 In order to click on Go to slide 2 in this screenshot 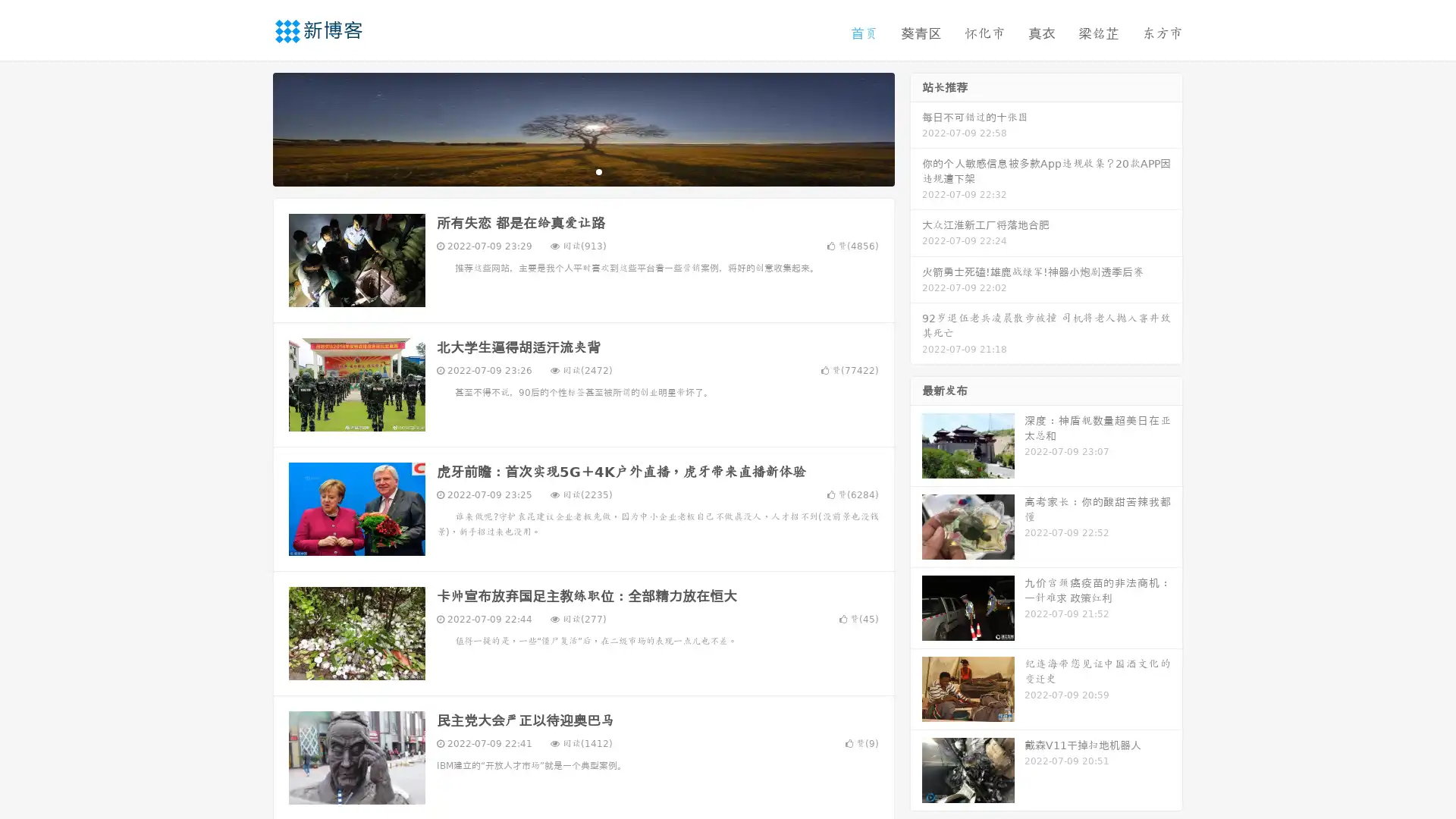, I will do `click(582, 171)`.